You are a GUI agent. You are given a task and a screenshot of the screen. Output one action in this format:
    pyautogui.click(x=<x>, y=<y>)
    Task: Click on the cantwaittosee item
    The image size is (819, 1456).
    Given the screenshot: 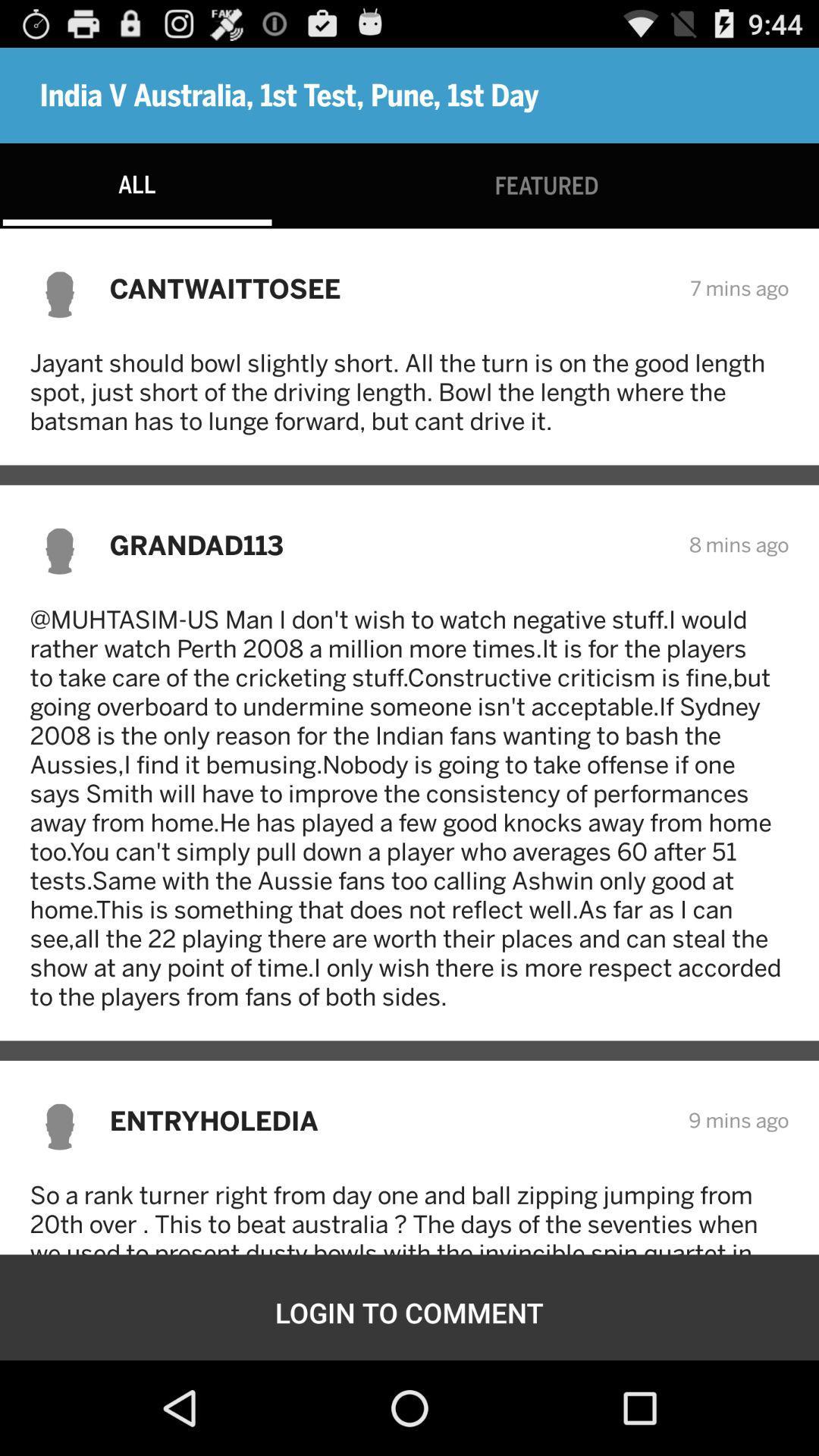 What is the action you would take?
    pyautogui.click(x=389, y=288)
    